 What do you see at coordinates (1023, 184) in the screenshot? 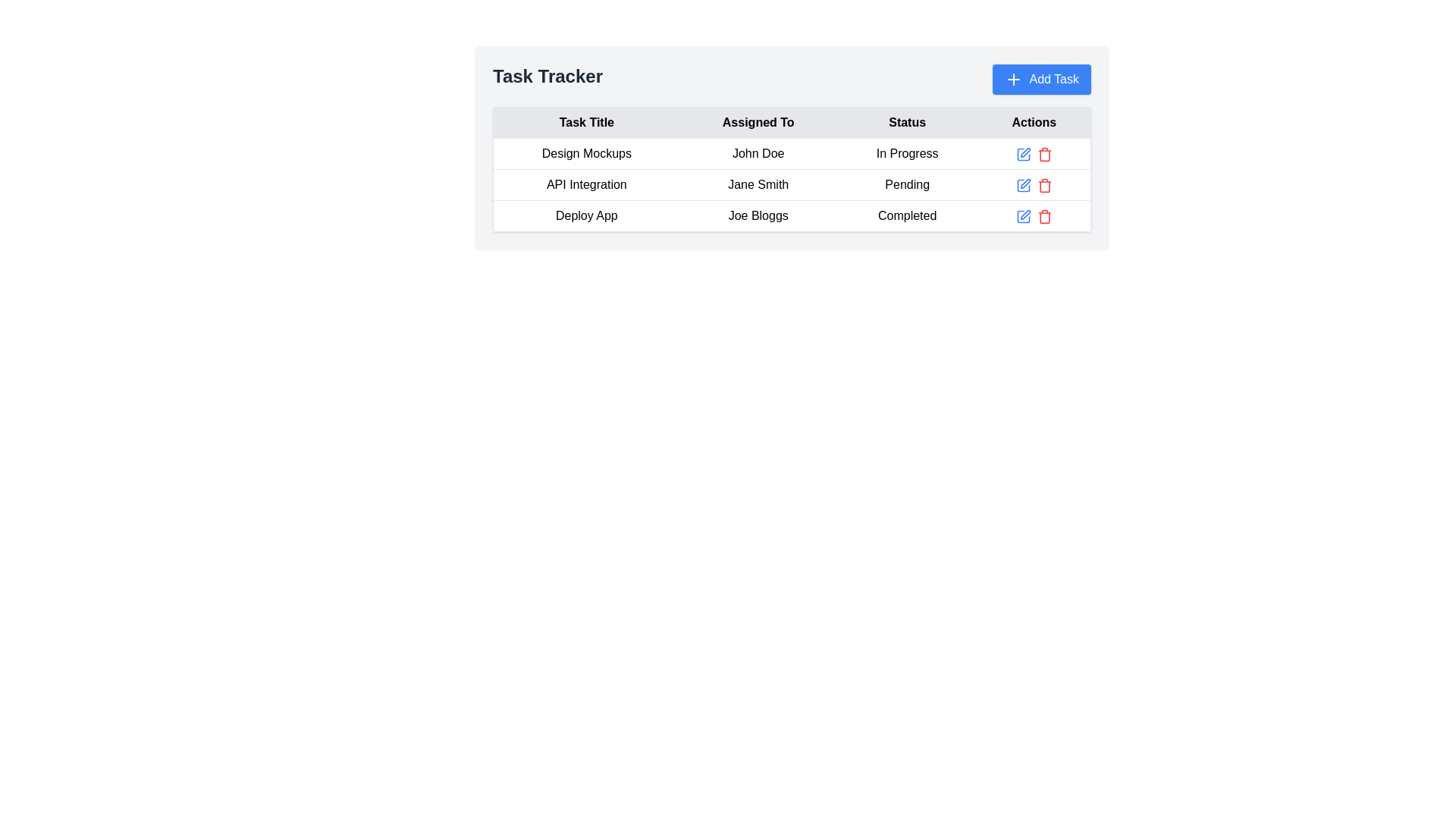
I see `the edit button located in the 'Actions' column of the second row for the task entry titled 'API Integration' to initiate editing of the associated task` at bounding box center [1023, 184].